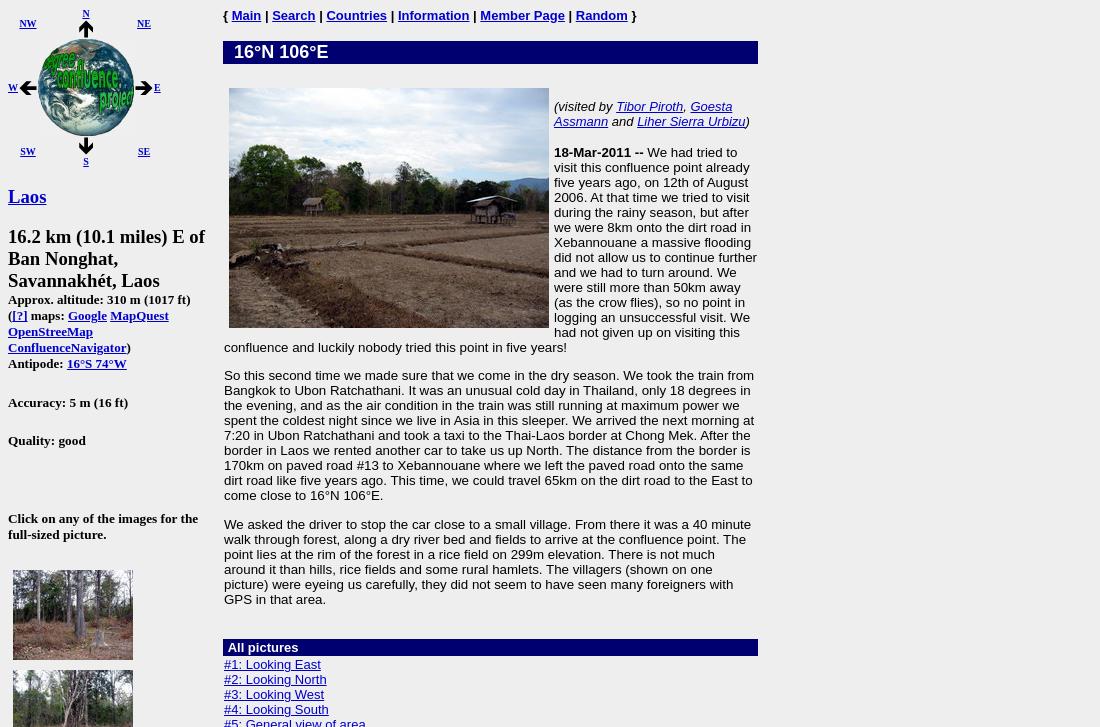  Describe the element at coordinates (583, 106) in the screenshot. I see `'(visited by'` at that location.